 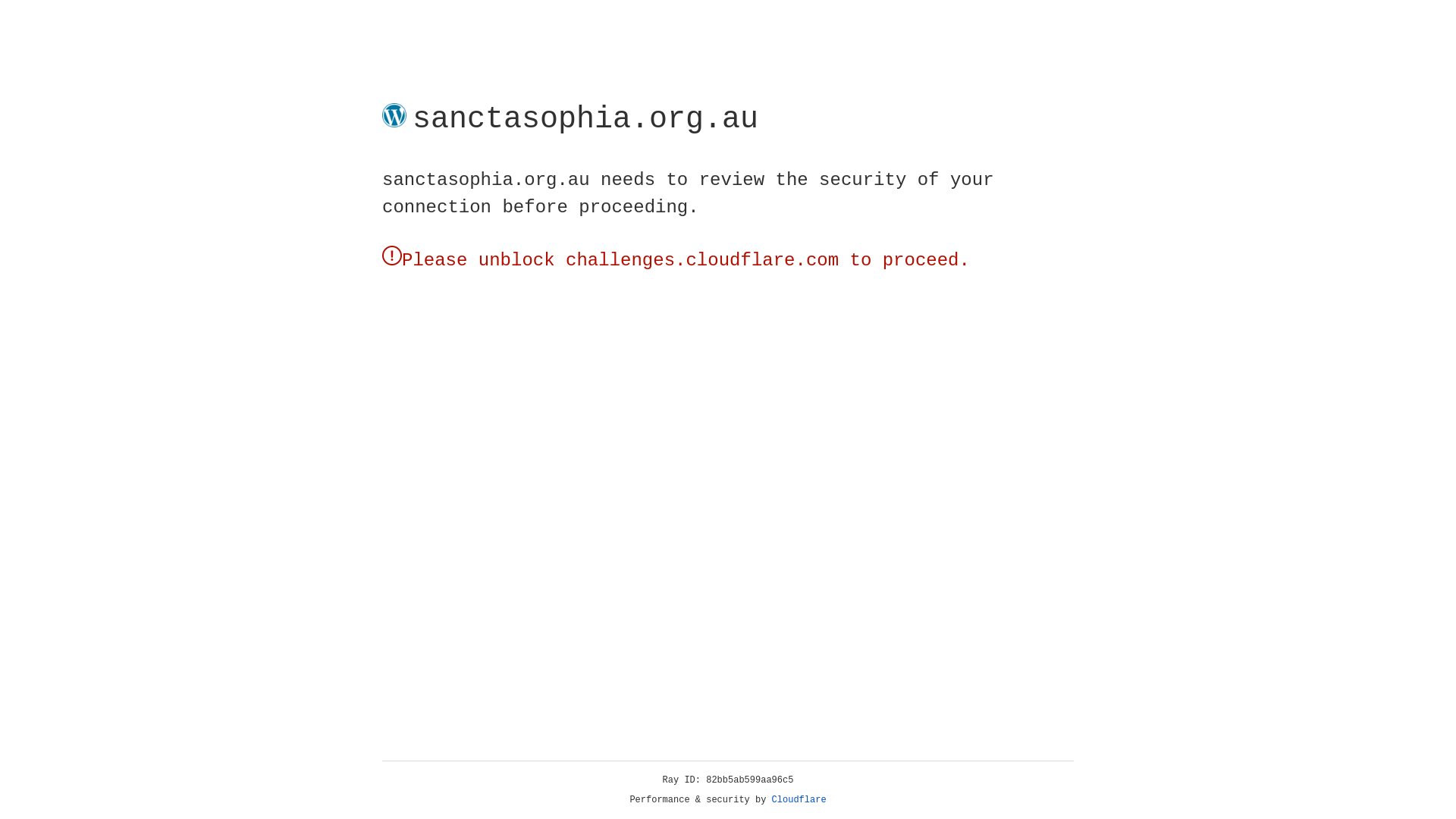 I want to click on 'Cloudflare', so click(x=771, y=799).